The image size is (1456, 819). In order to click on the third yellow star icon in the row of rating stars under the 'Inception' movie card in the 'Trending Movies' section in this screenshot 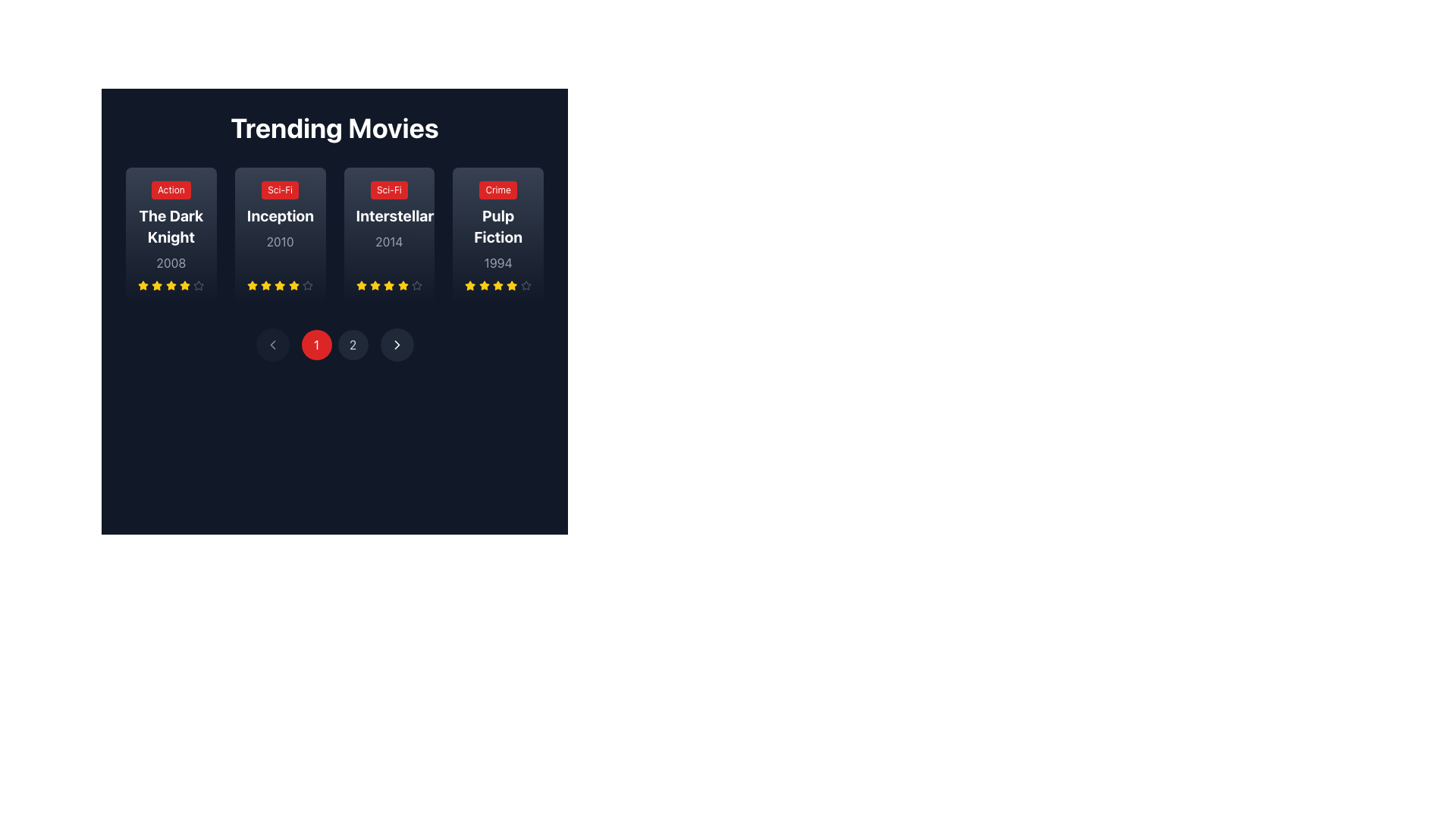, I will do `click(252, 285)`.